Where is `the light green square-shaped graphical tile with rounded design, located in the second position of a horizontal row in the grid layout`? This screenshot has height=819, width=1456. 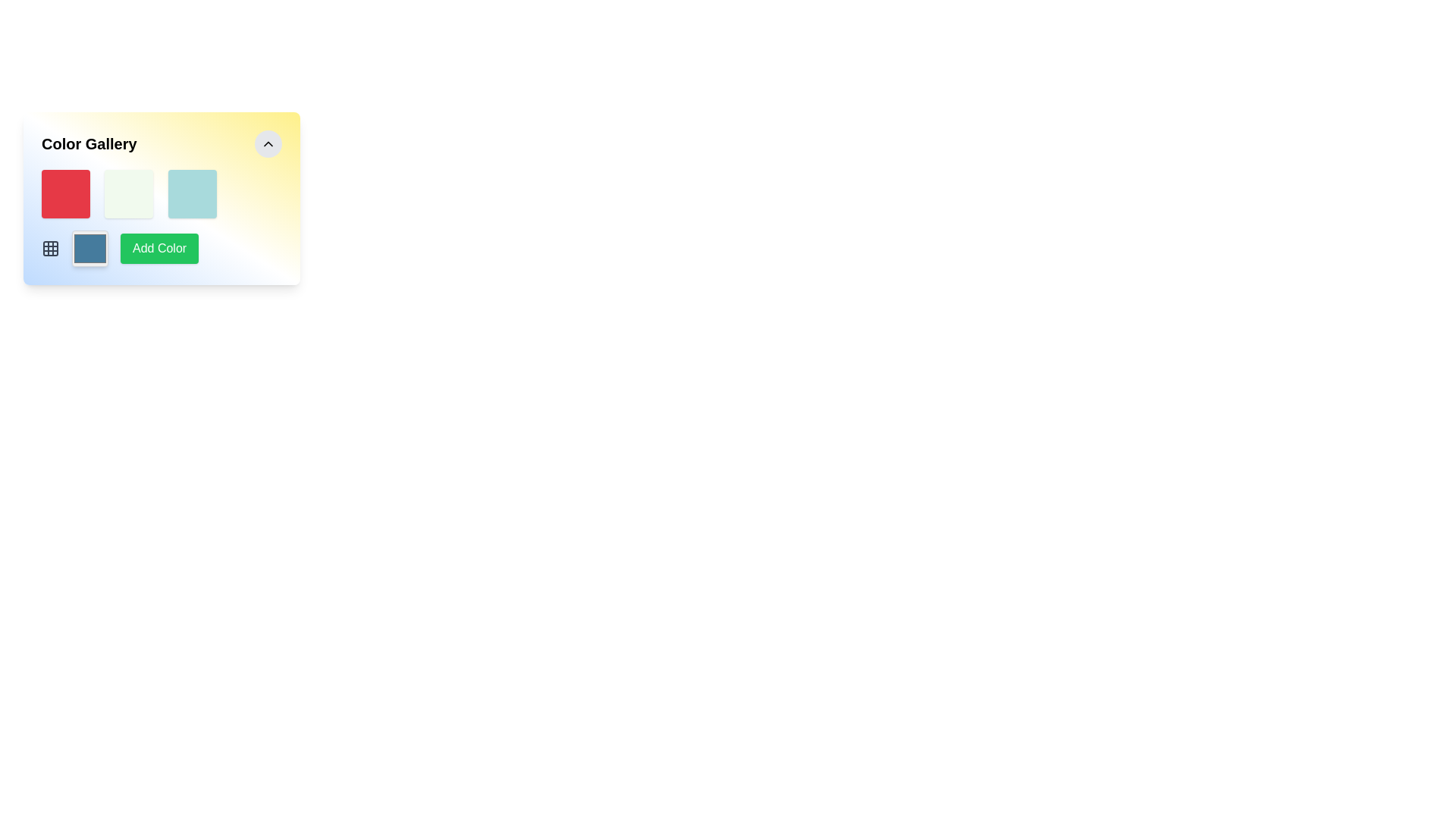
the light green square-shaped graphical tile with rounded design, located in the second position of a horizontal row in the grid layout is located at coordinates (129, 193).